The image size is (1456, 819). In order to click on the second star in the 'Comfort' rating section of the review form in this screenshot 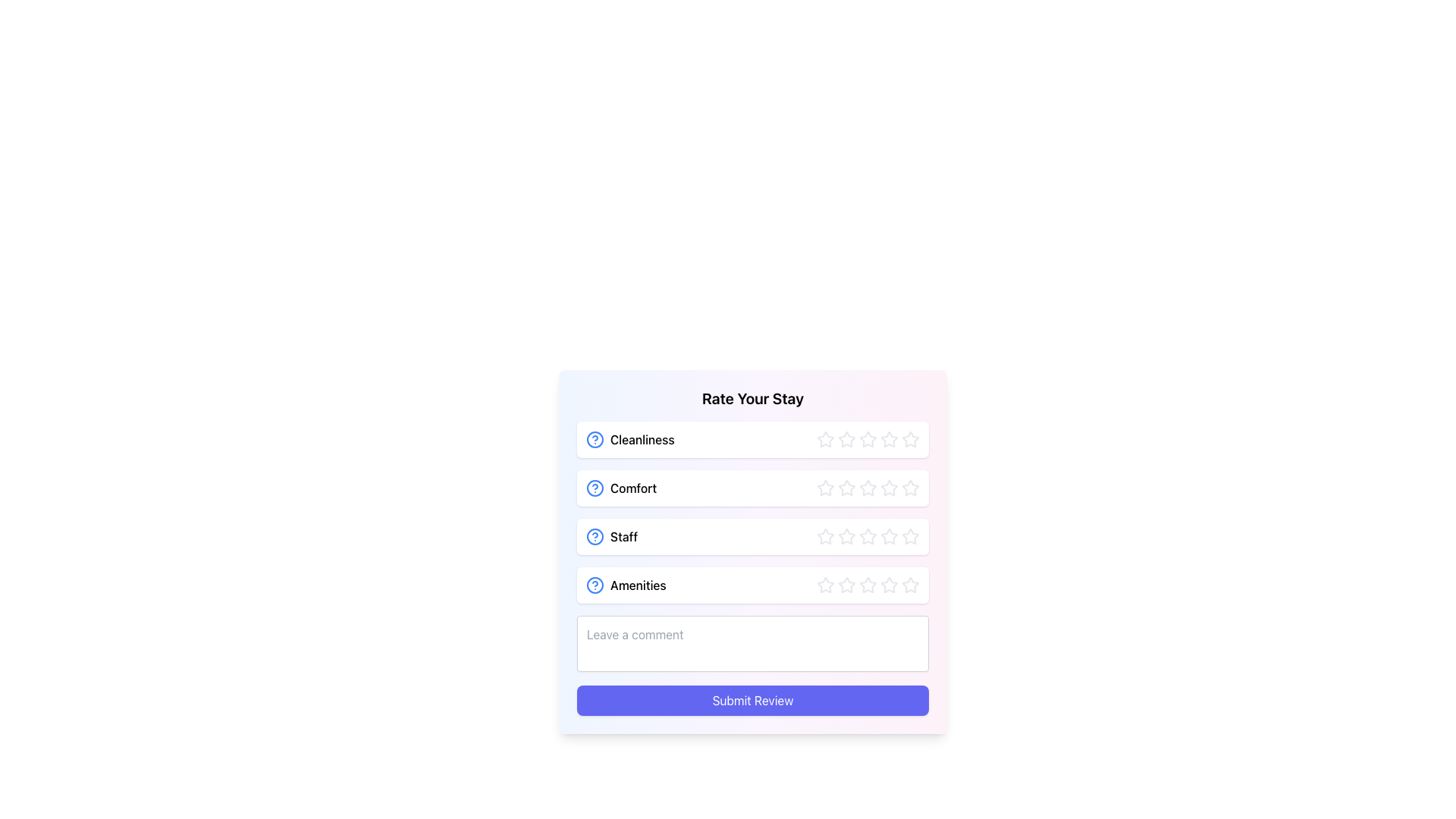, I will do `click(868, 488)`.